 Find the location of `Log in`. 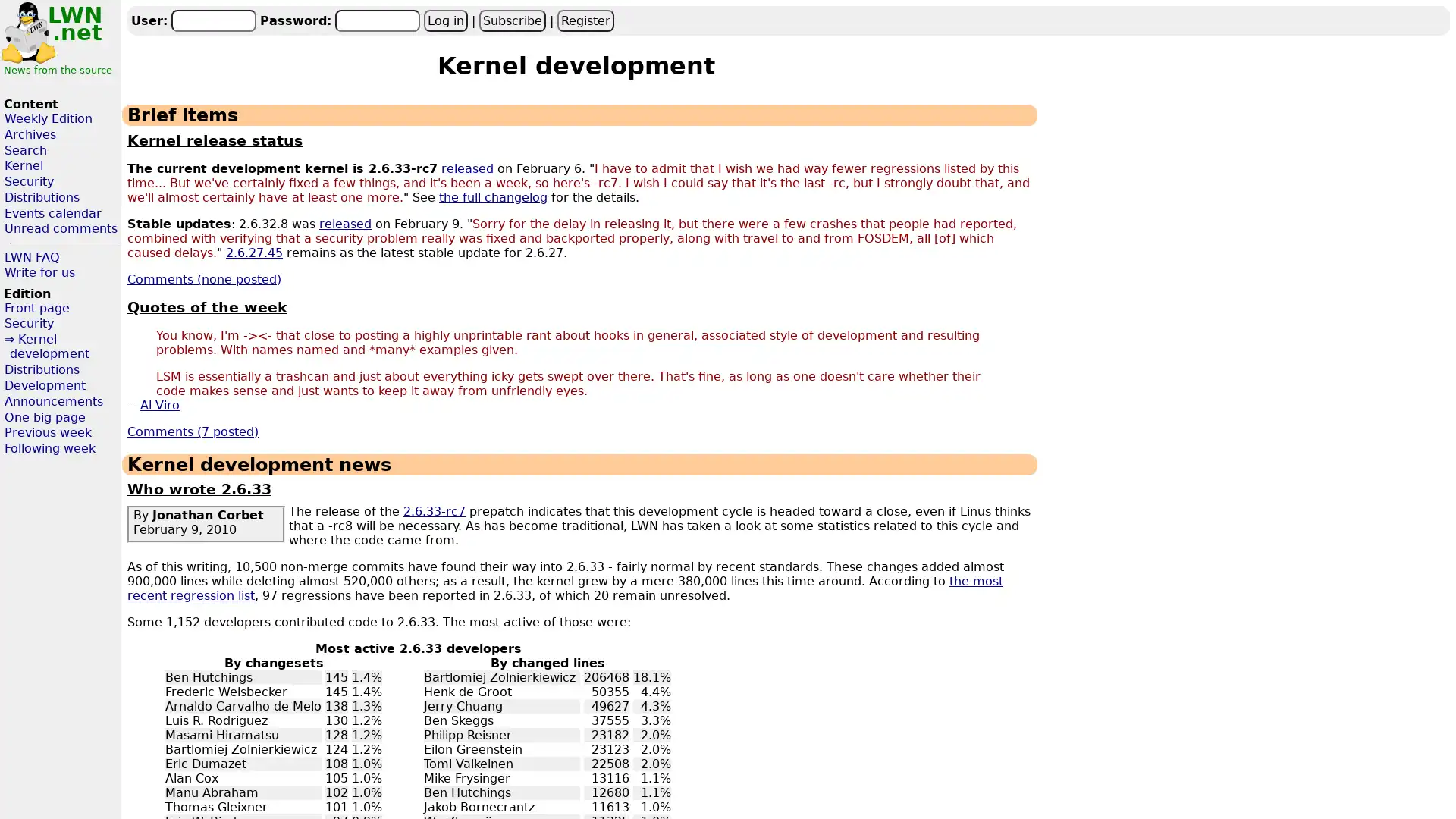

Log in is located at coordinates (444, 20).